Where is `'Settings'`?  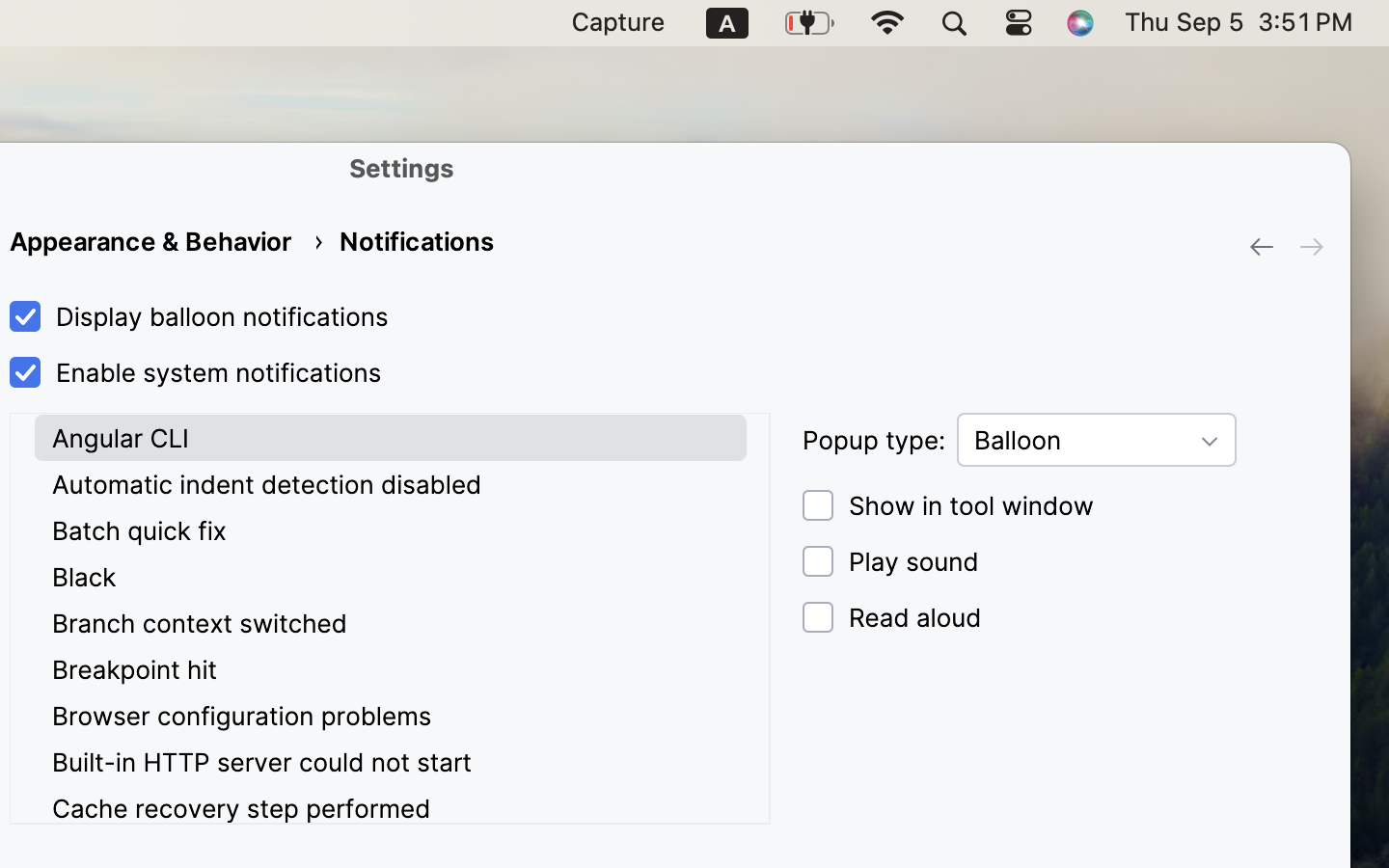 'Settings' is located at coordinates (401, 167).